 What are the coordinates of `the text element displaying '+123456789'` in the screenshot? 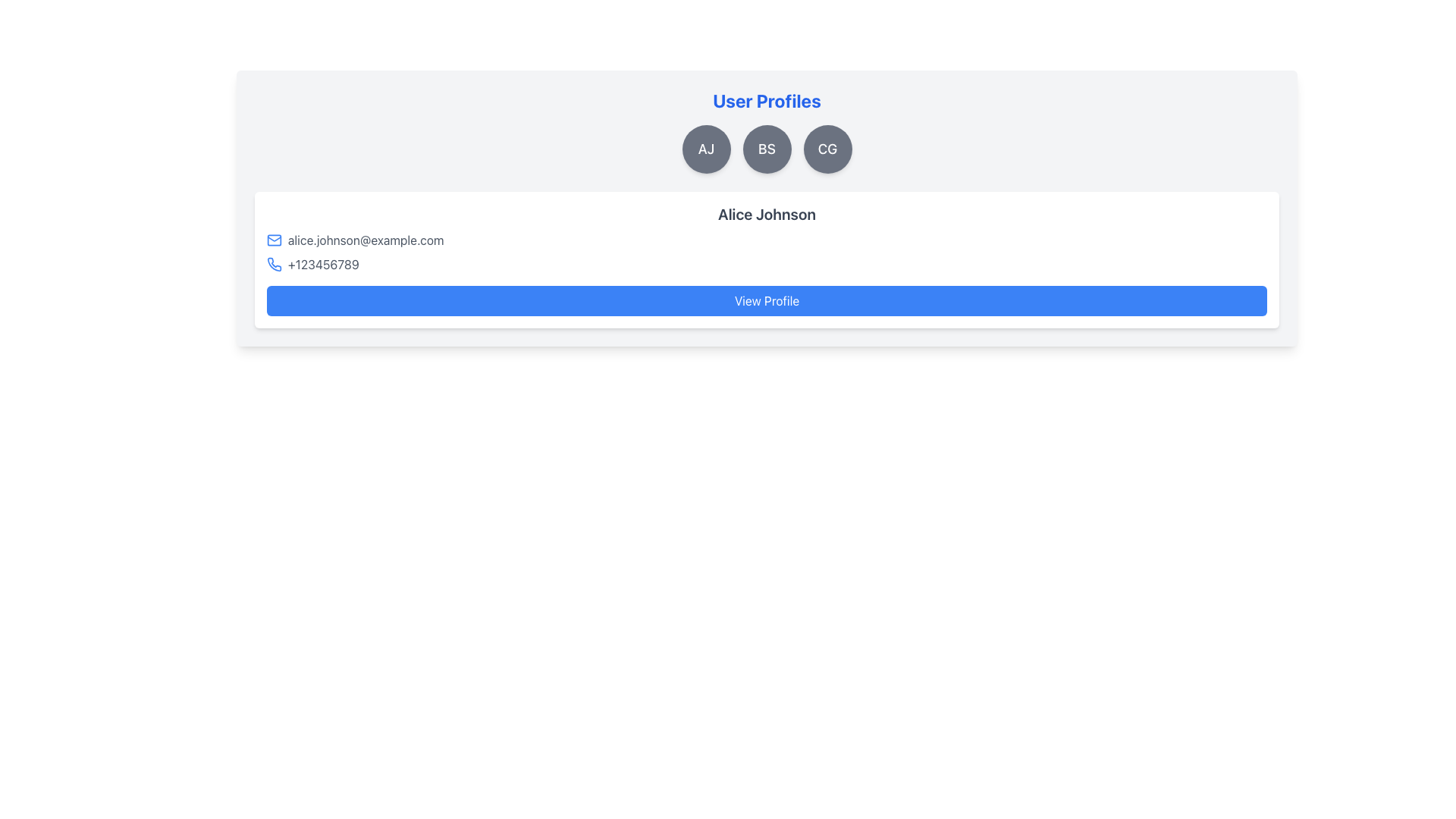 It's located at (322, 263).